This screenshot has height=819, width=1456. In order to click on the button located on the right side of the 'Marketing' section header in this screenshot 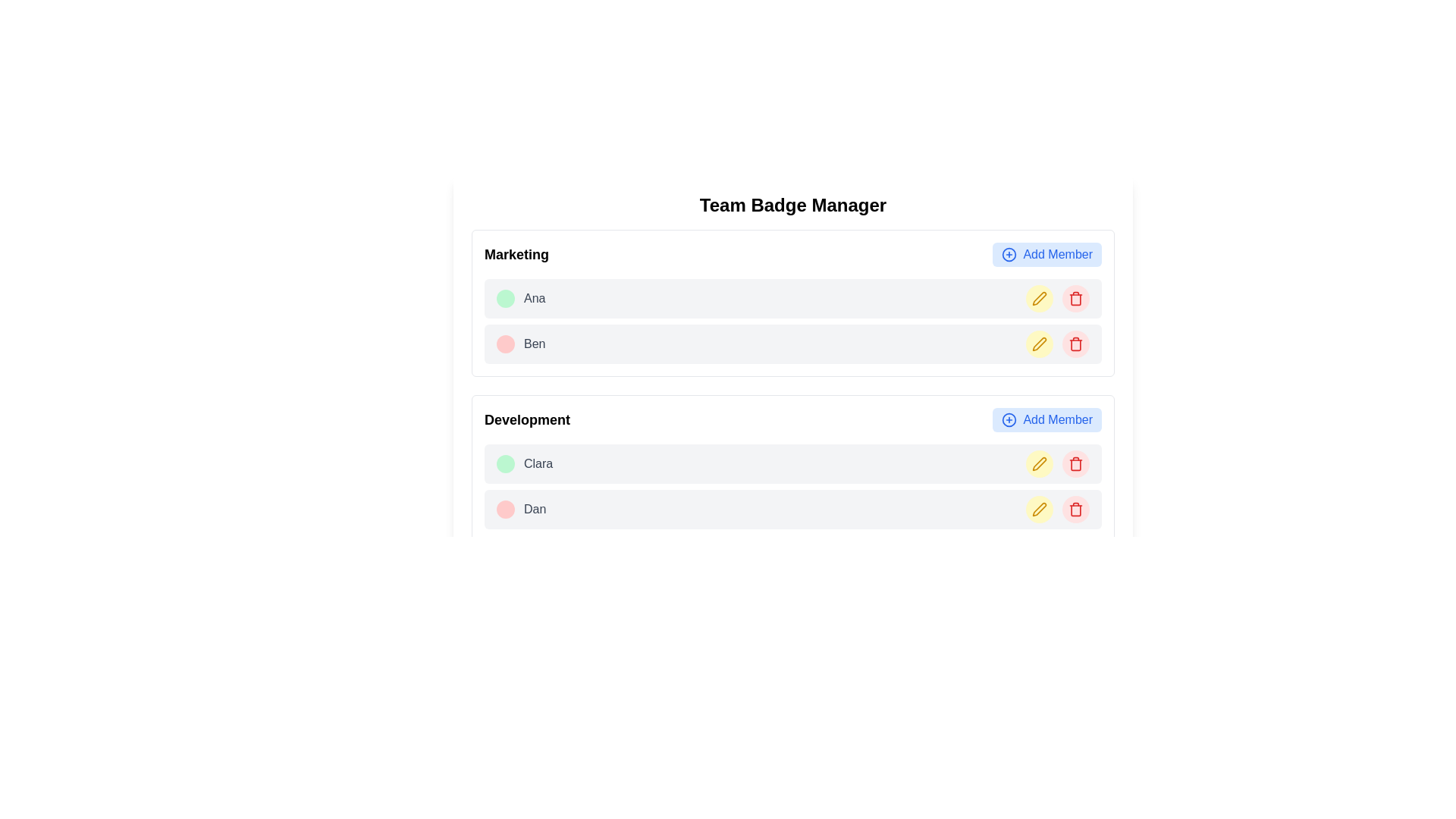, I will do `click(1046, 253)`.